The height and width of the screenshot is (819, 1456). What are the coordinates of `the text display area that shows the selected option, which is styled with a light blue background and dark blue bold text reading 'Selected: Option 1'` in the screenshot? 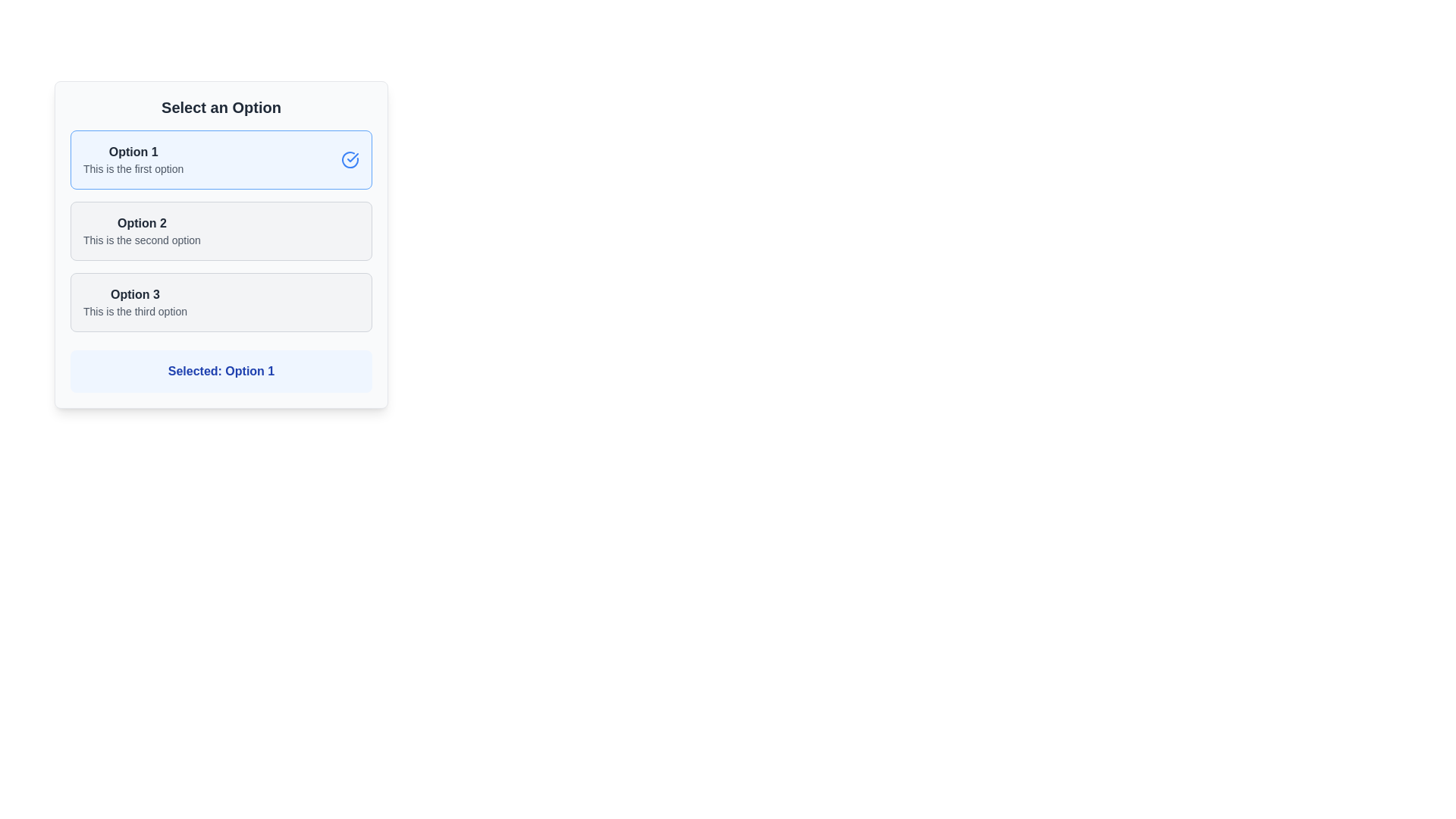 It's located at (221, 371).